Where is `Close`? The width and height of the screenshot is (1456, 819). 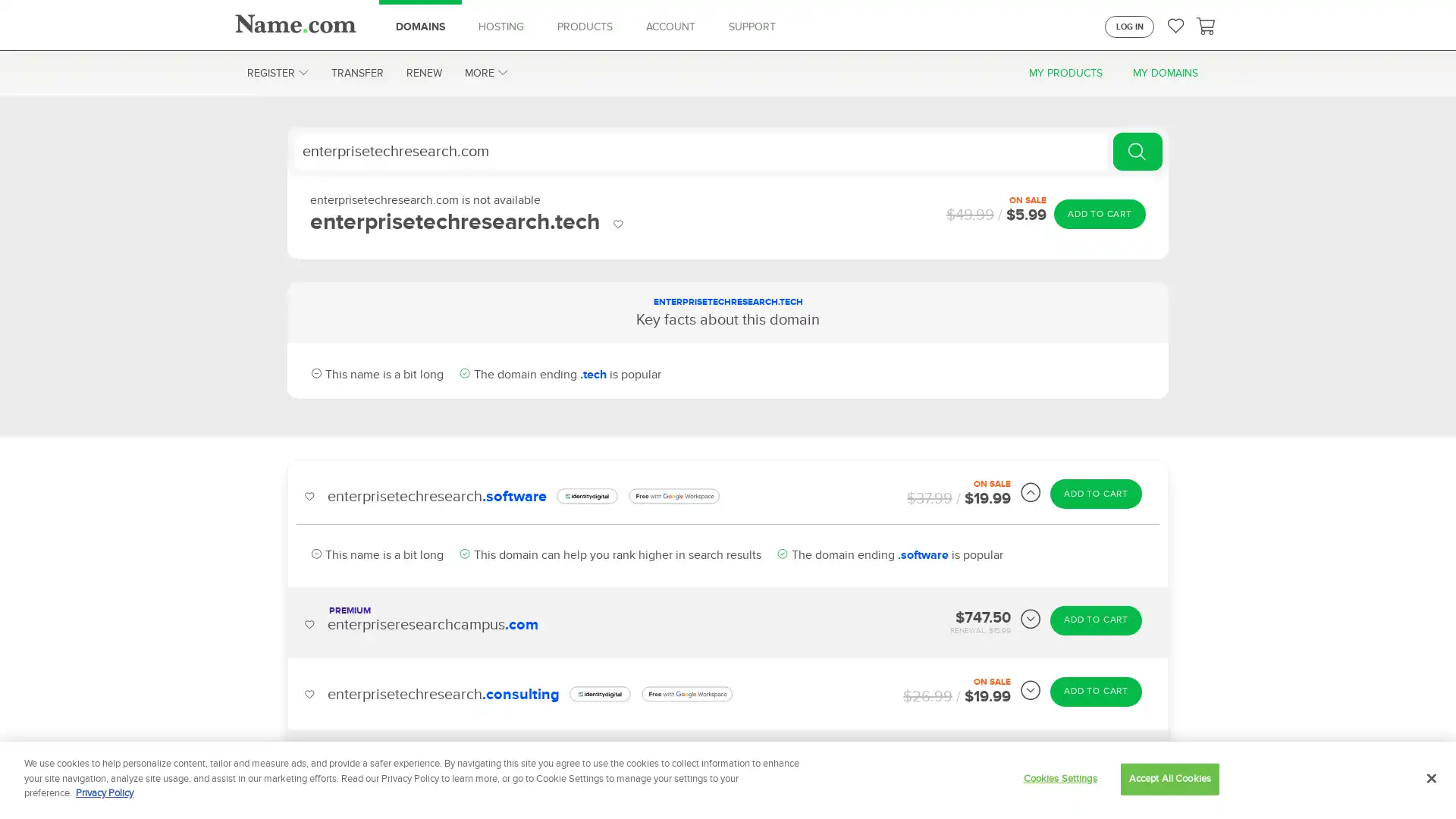
Close is located at coordinates (1430, 778).